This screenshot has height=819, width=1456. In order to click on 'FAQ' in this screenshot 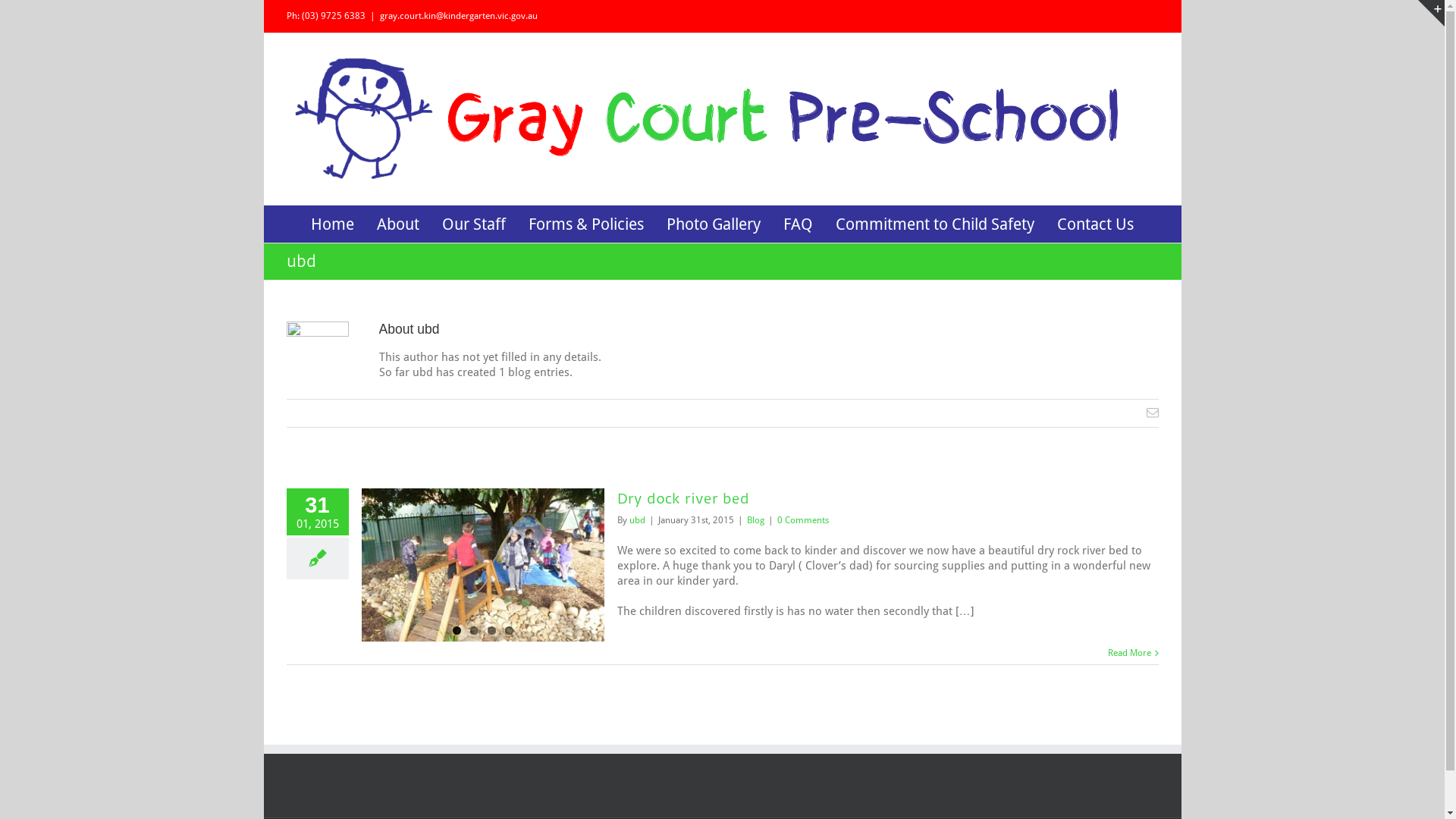, I will do `click(797, 223)`.